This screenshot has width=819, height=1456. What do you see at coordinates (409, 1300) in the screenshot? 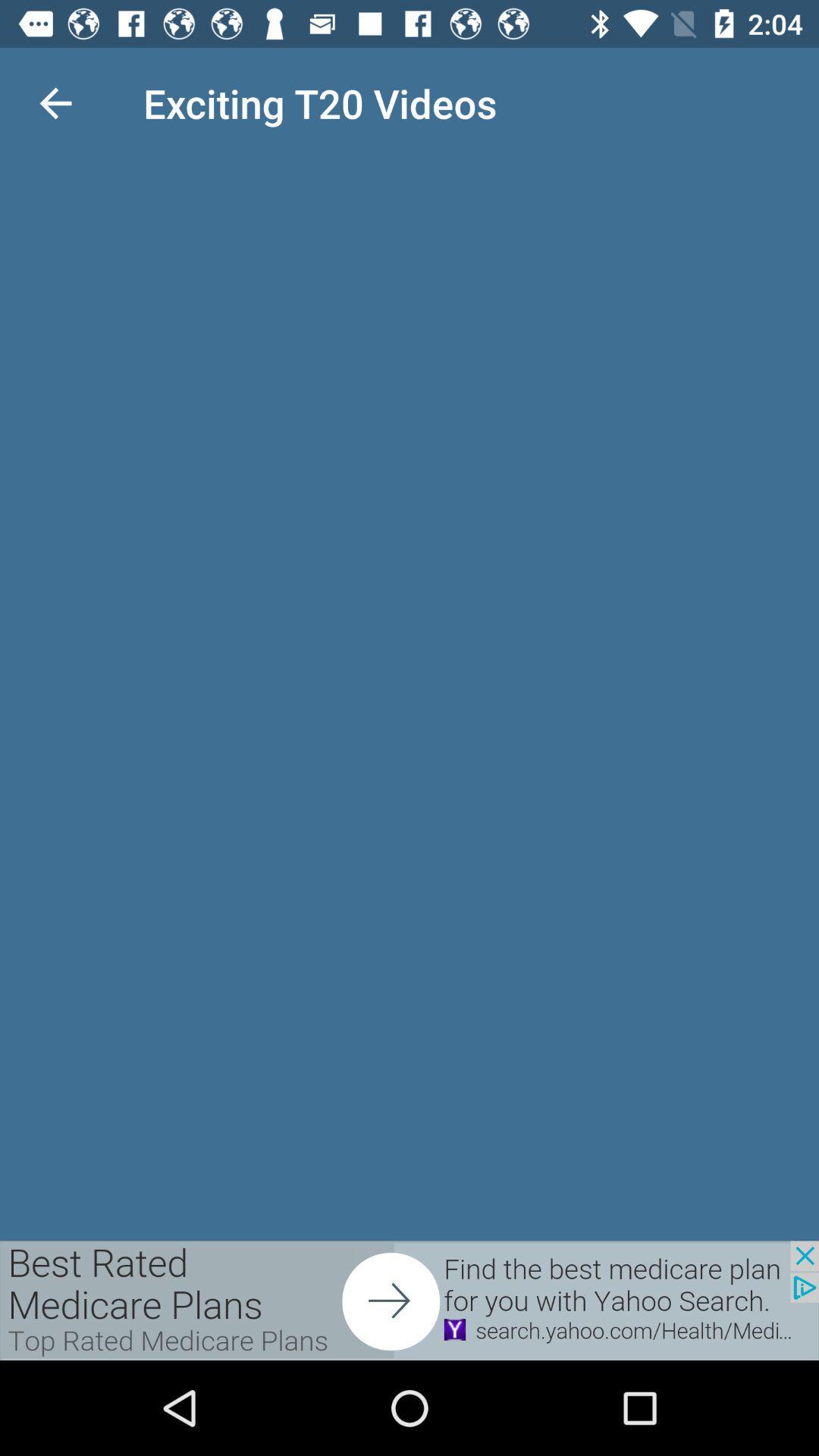
I see `sponsor advertisement for medicare plans` at bounding box center [409, 1300].